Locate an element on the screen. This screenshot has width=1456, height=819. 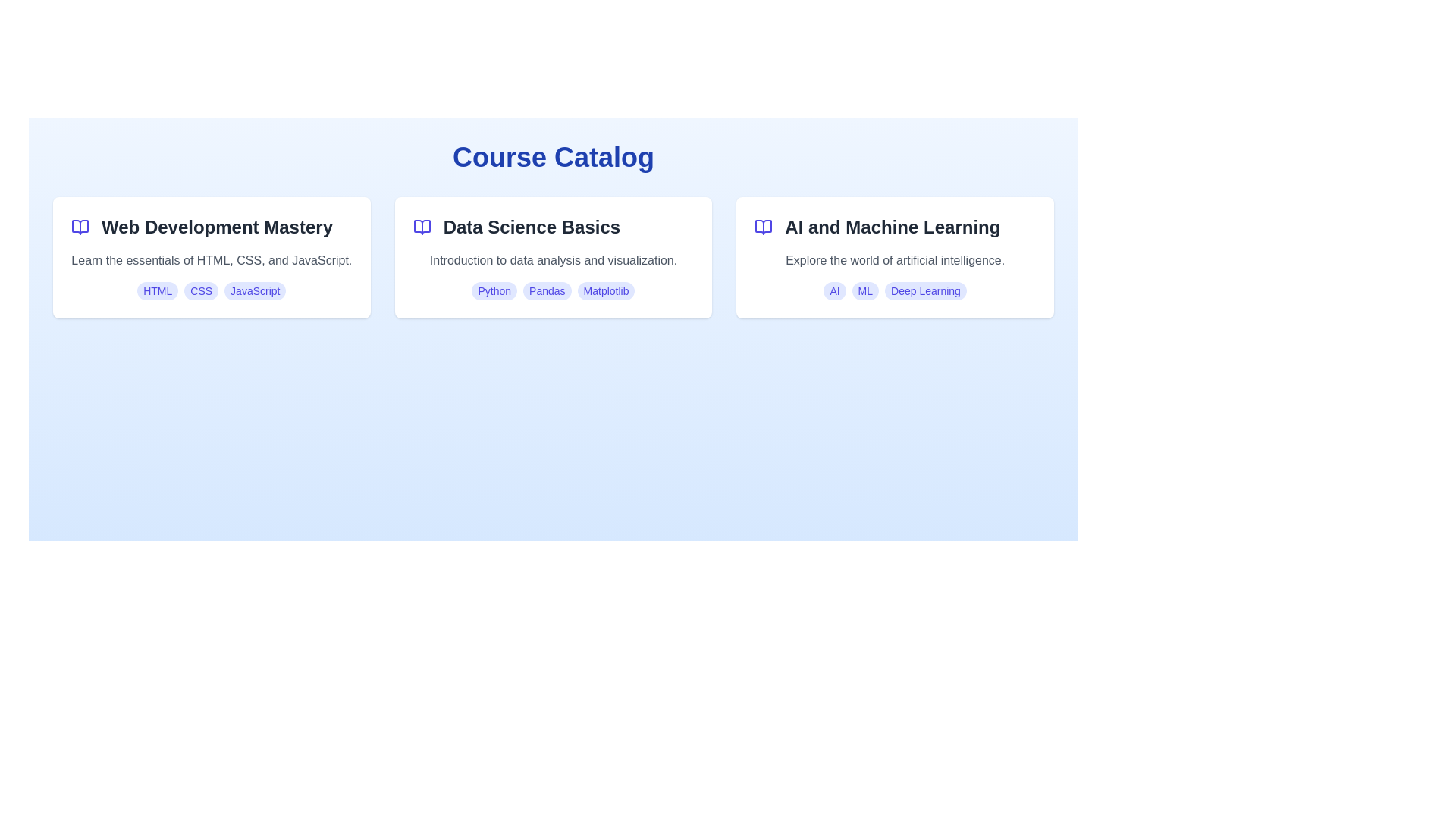
the icon representing the 'AI and Machine Learning' topic, located at the top-left corner of the rightmost card before the text 'AI and Machine Learning' is located at coordinates (764, 227).